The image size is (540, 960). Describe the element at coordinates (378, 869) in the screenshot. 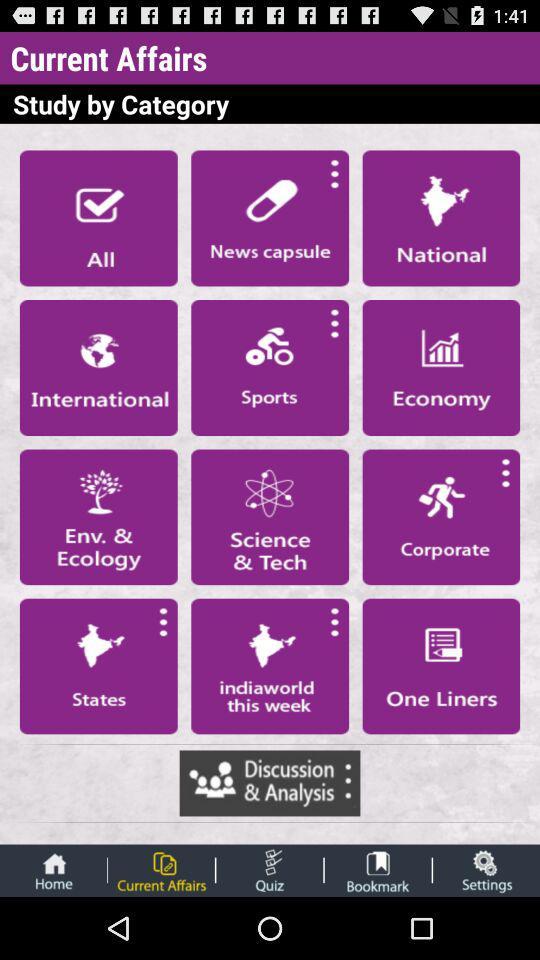

I see `bookmarks` at that location.